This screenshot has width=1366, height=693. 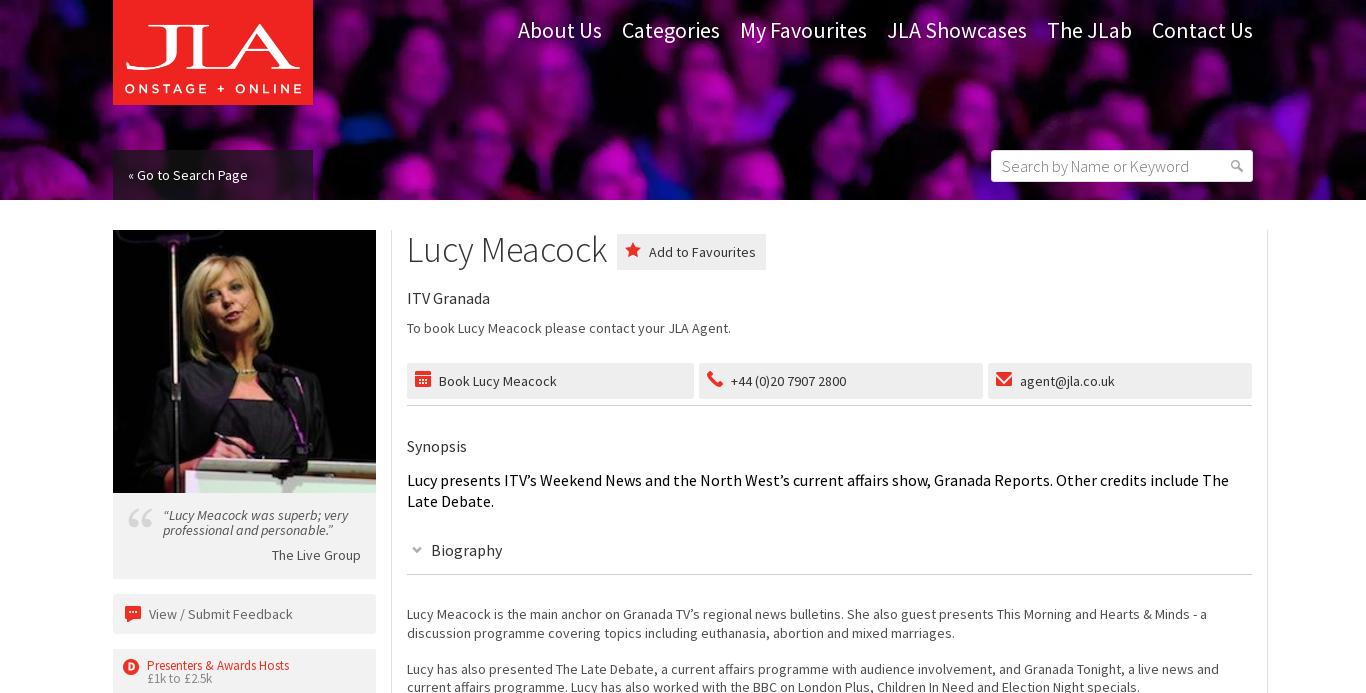 What do you see at coordinates (1065, 378) in the screenshot?
I see `'agent@jla.co.uk'` at bounding box center [1065, 378].